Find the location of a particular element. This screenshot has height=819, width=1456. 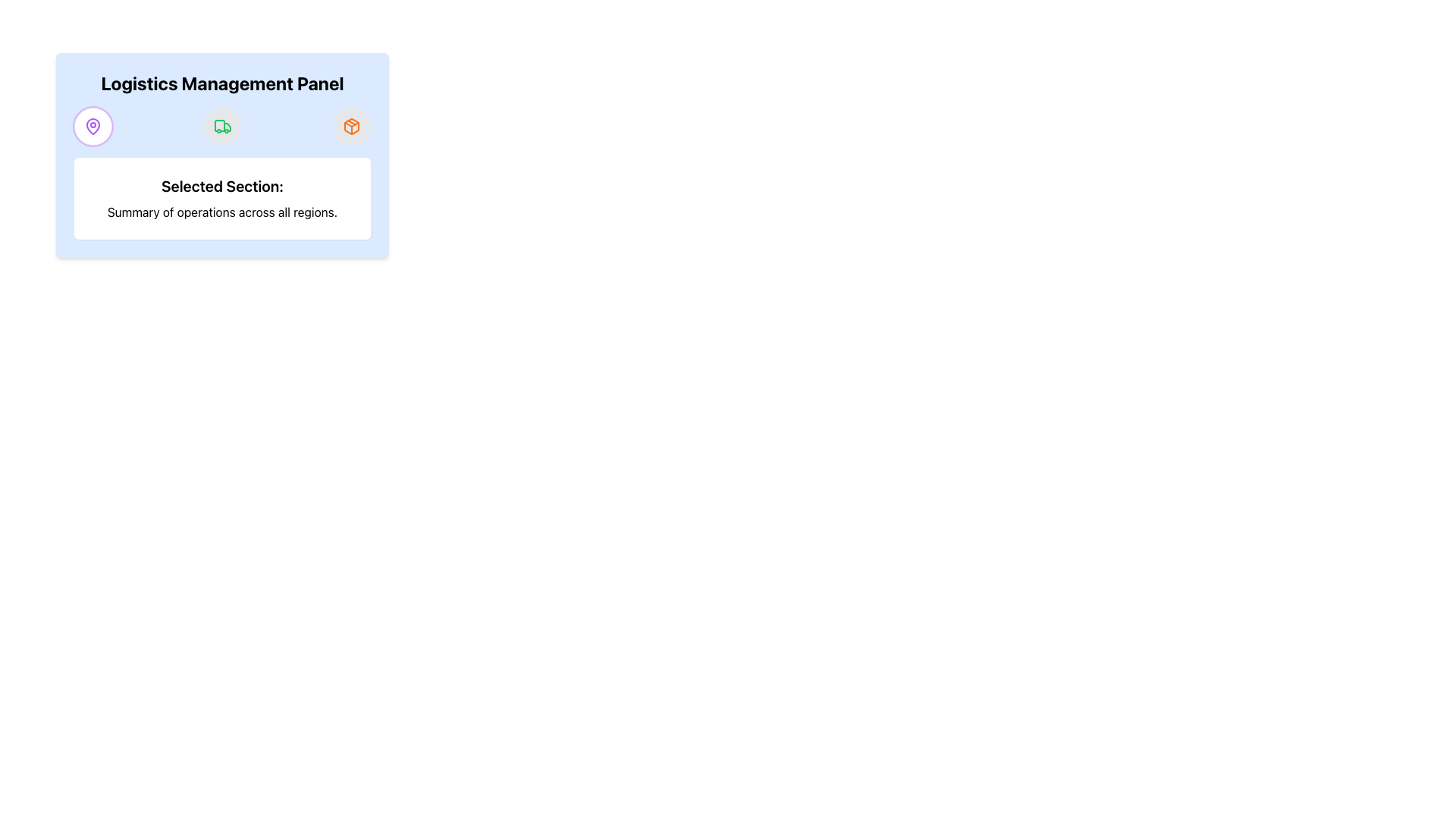

the circular button with a light gray background and a green truck icon is located at coordinates (221, 125).